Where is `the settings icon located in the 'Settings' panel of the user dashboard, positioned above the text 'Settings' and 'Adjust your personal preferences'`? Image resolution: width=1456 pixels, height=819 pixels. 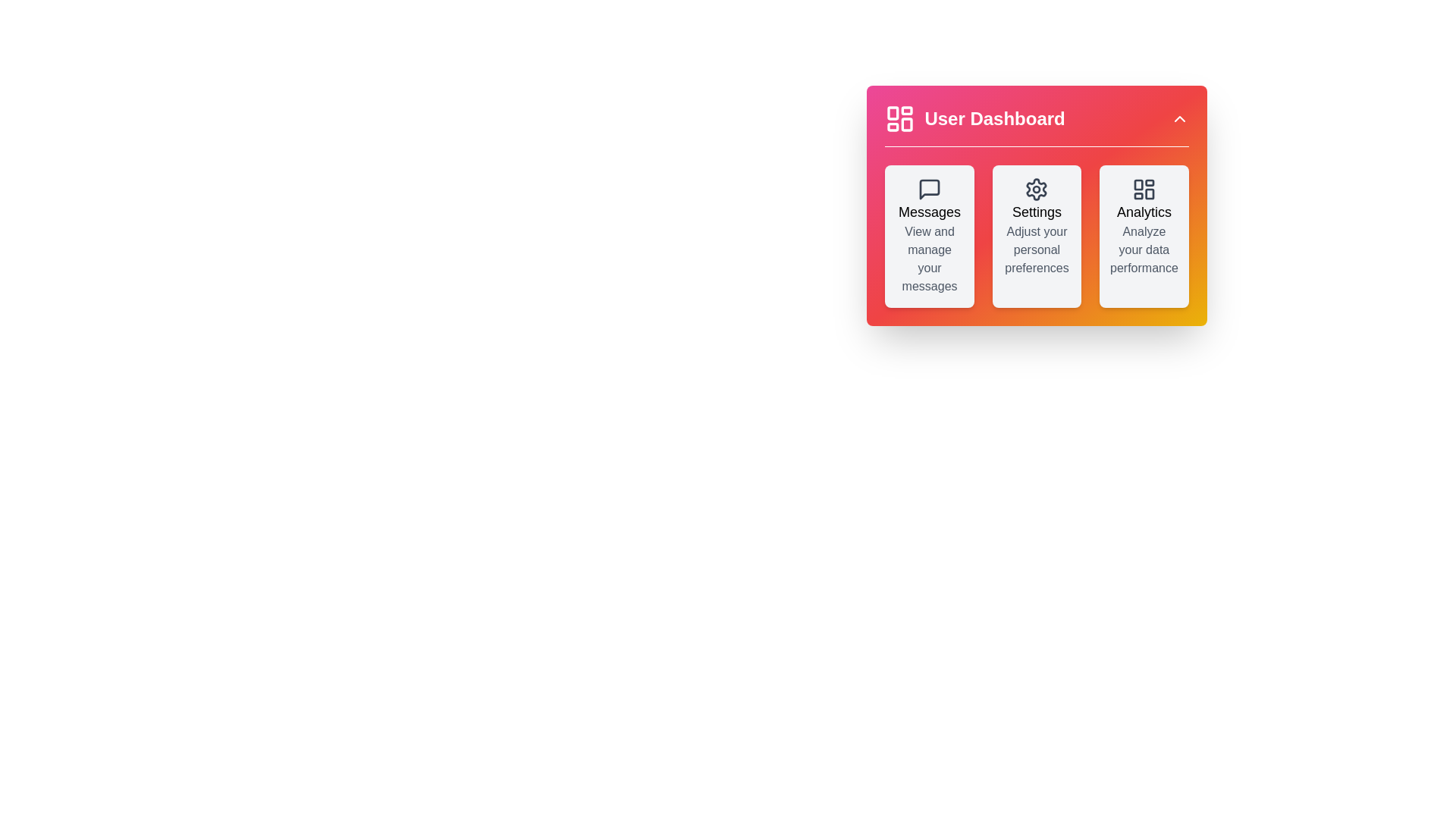
the settings icon located in the 'Settings' panel of the user dashboard, positioned above the text 'Settings' and 'Adjust your personal preferences' is located at coordinates (1036, 189).